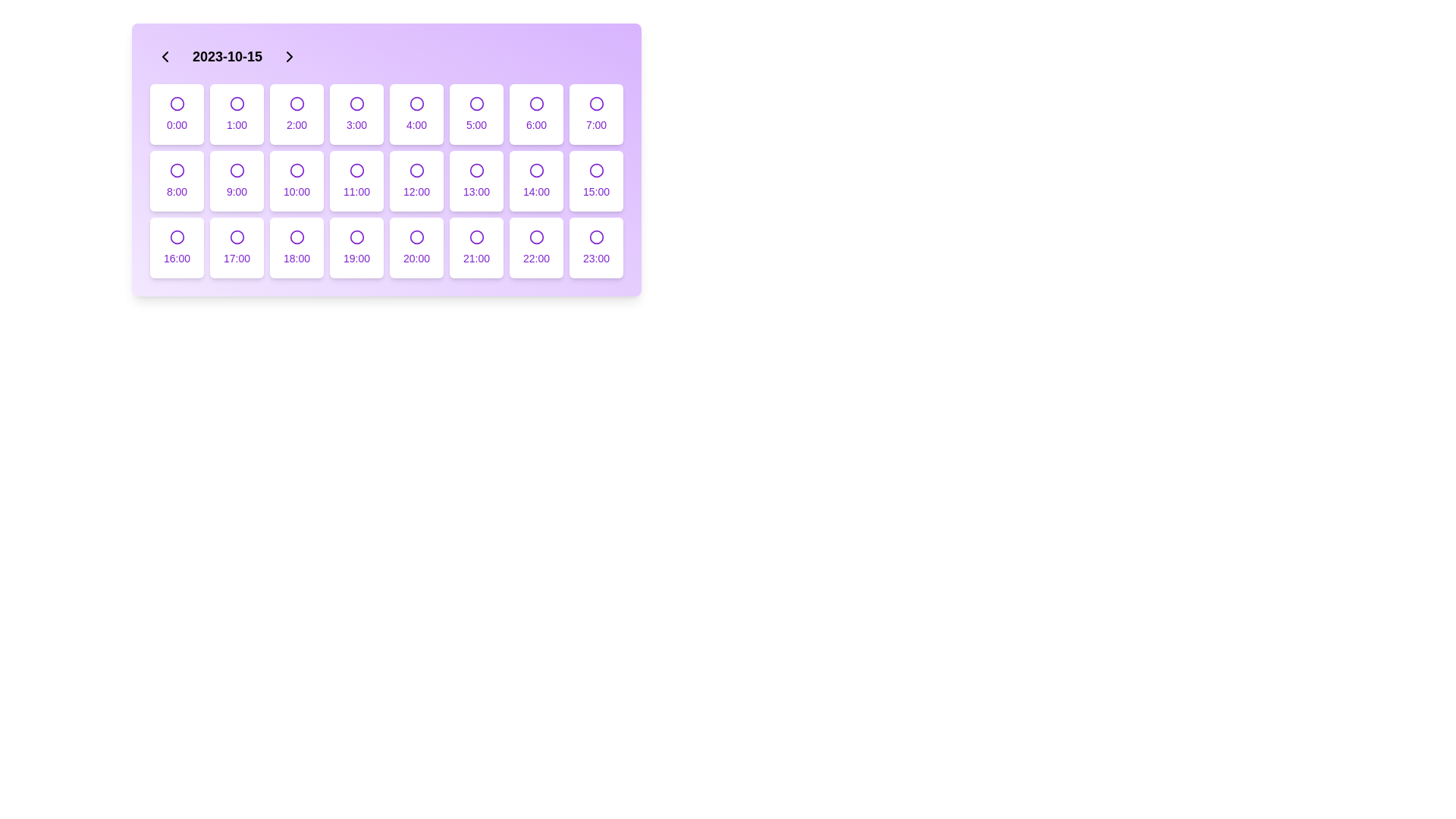  What do you see at coordinates (290, 55) in the screenshot?
I see `the right-pointing arrow button in the header area, located to the right of the date display` at bounding box center [290, 55].